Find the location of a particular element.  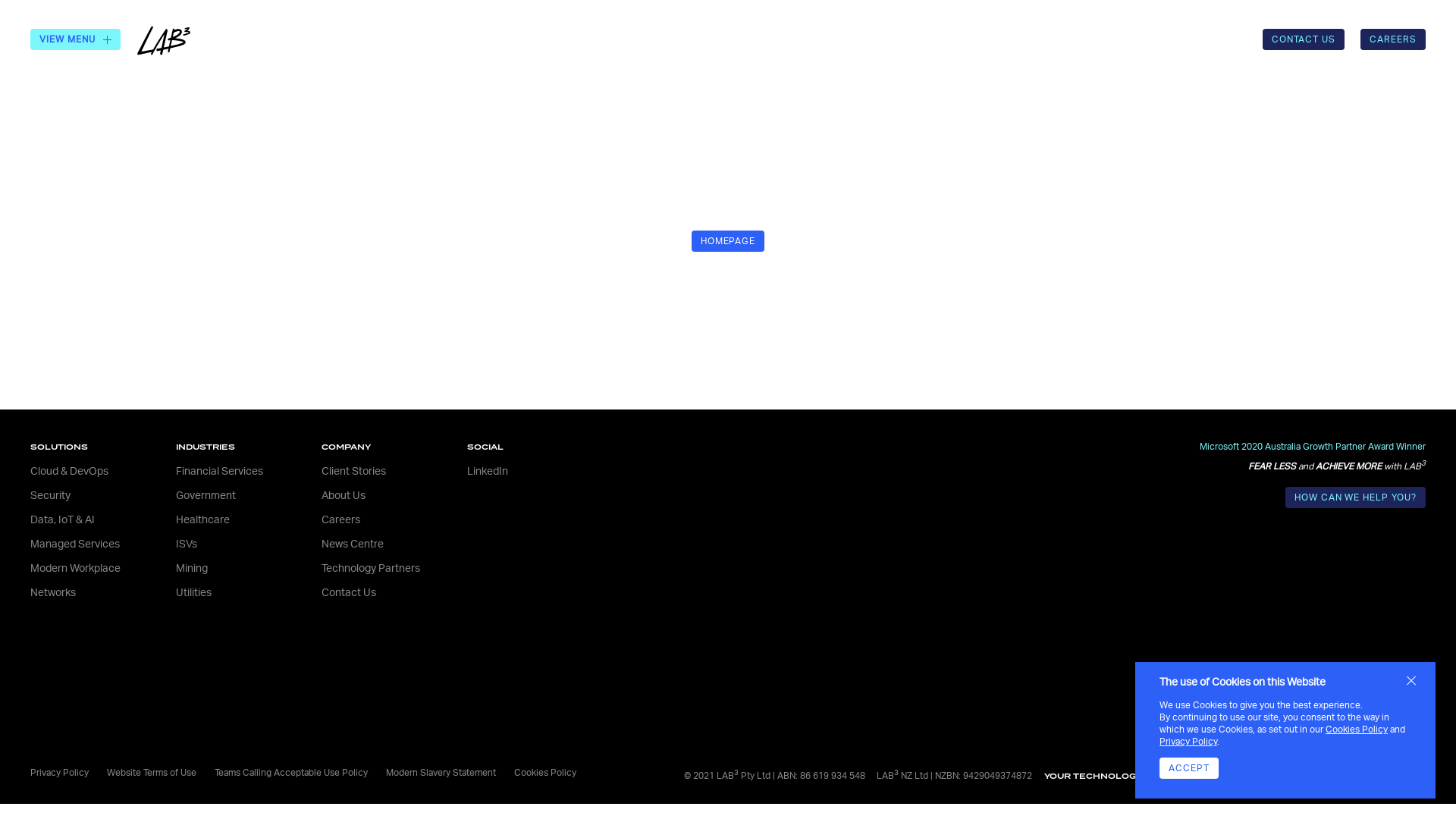

'Cookies Policy' is located at coordinates (545, 772).